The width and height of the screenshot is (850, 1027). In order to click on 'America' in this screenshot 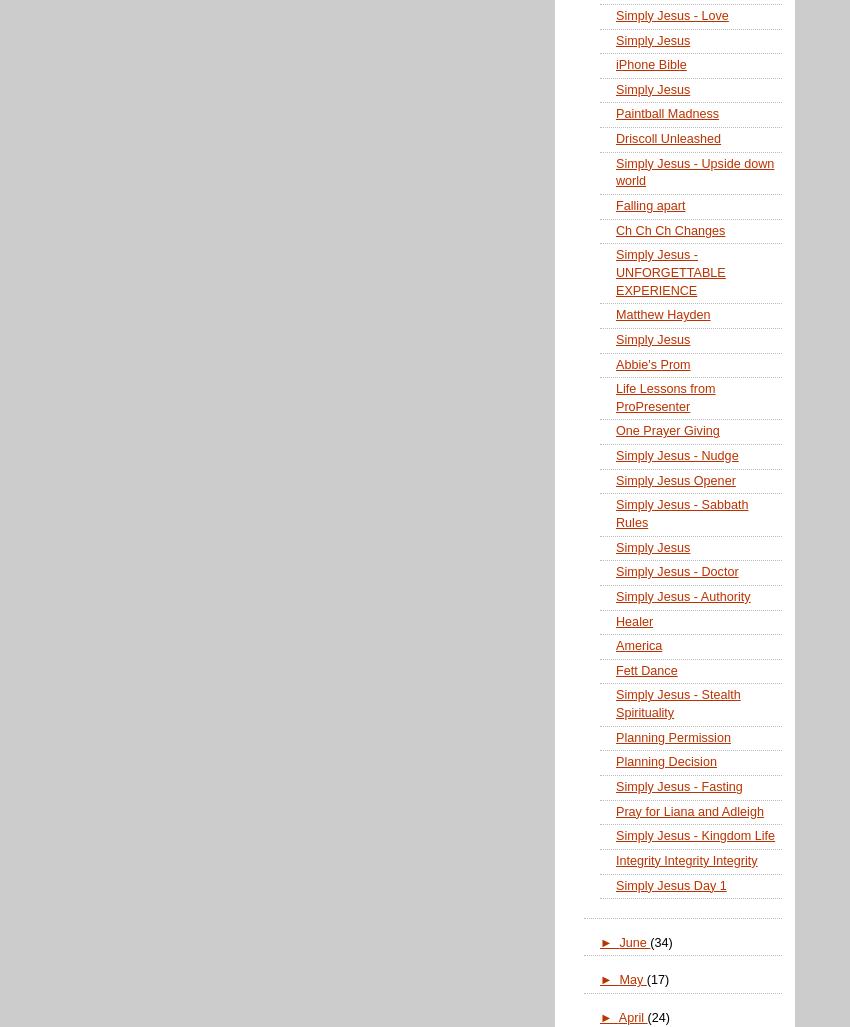, I will do `click(614, 644)`.